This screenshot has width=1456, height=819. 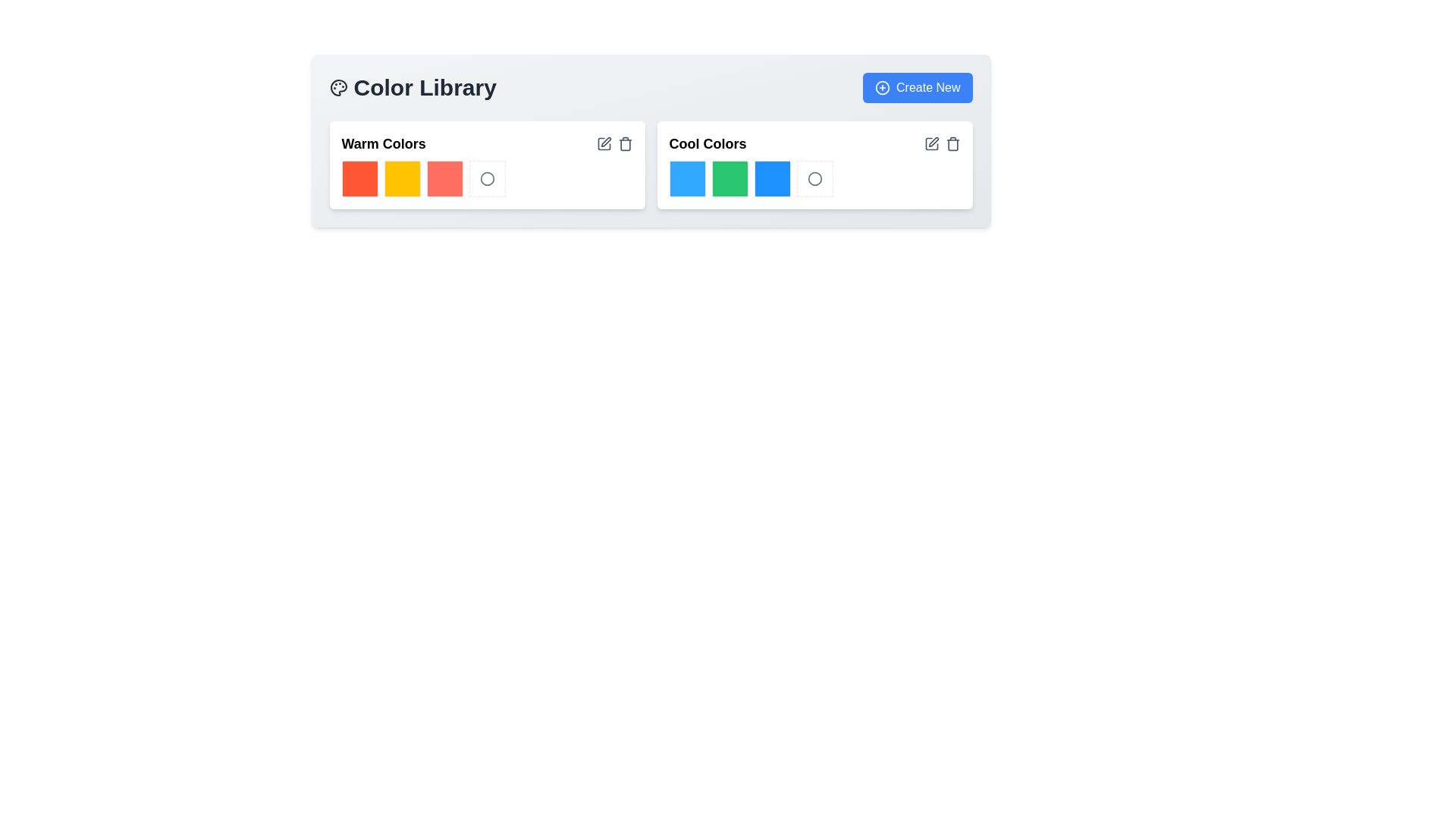 What do you see at coordinates (772, 177) in the screenshot?
I see `the third square in the 'Cool Colors' section of the 'Color Library' card, which has a bright blue background and rounded corners` at bounding box center [772, 177].